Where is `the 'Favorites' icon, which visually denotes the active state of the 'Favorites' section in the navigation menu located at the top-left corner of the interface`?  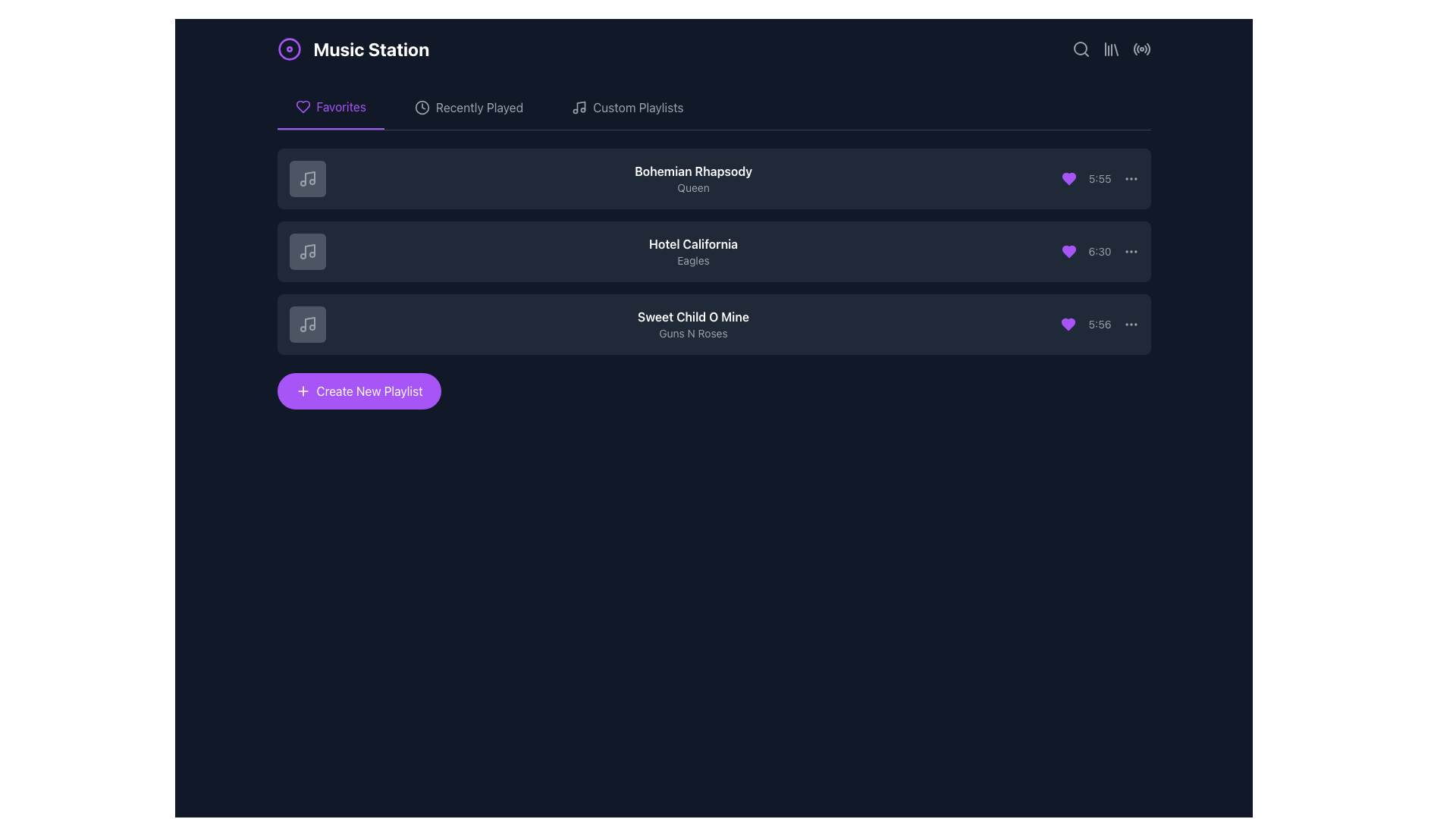
the 'Favorites' icon, which visually denotes the active state of the 'Favorites' section in the navigation menu located at the top-left corner of the interface is located at coordinates (303, 106).